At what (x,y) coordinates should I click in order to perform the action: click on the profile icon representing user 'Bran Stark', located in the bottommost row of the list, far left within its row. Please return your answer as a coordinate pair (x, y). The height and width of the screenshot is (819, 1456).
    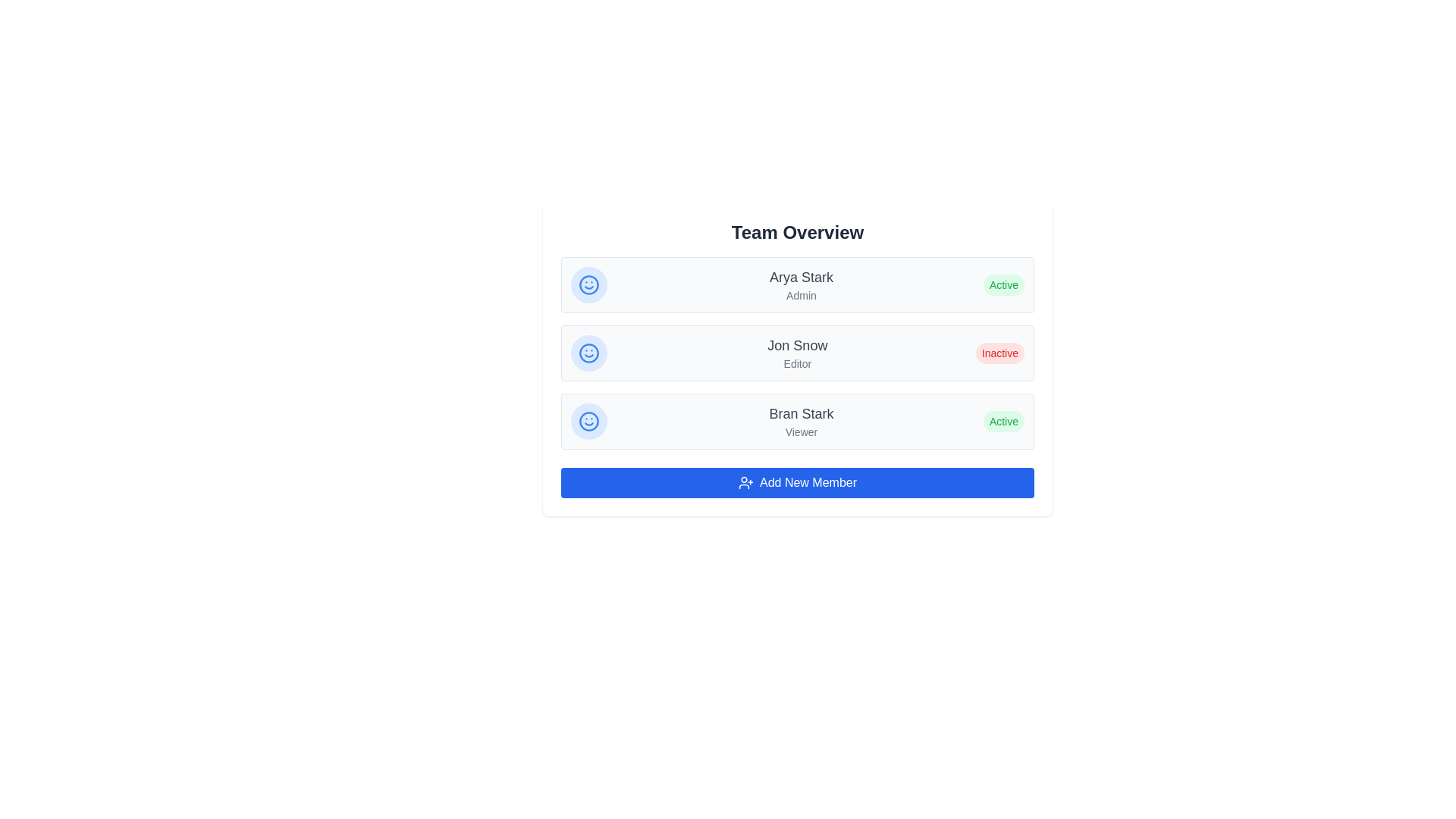
    Looking at the image, I should click on (588, 421).